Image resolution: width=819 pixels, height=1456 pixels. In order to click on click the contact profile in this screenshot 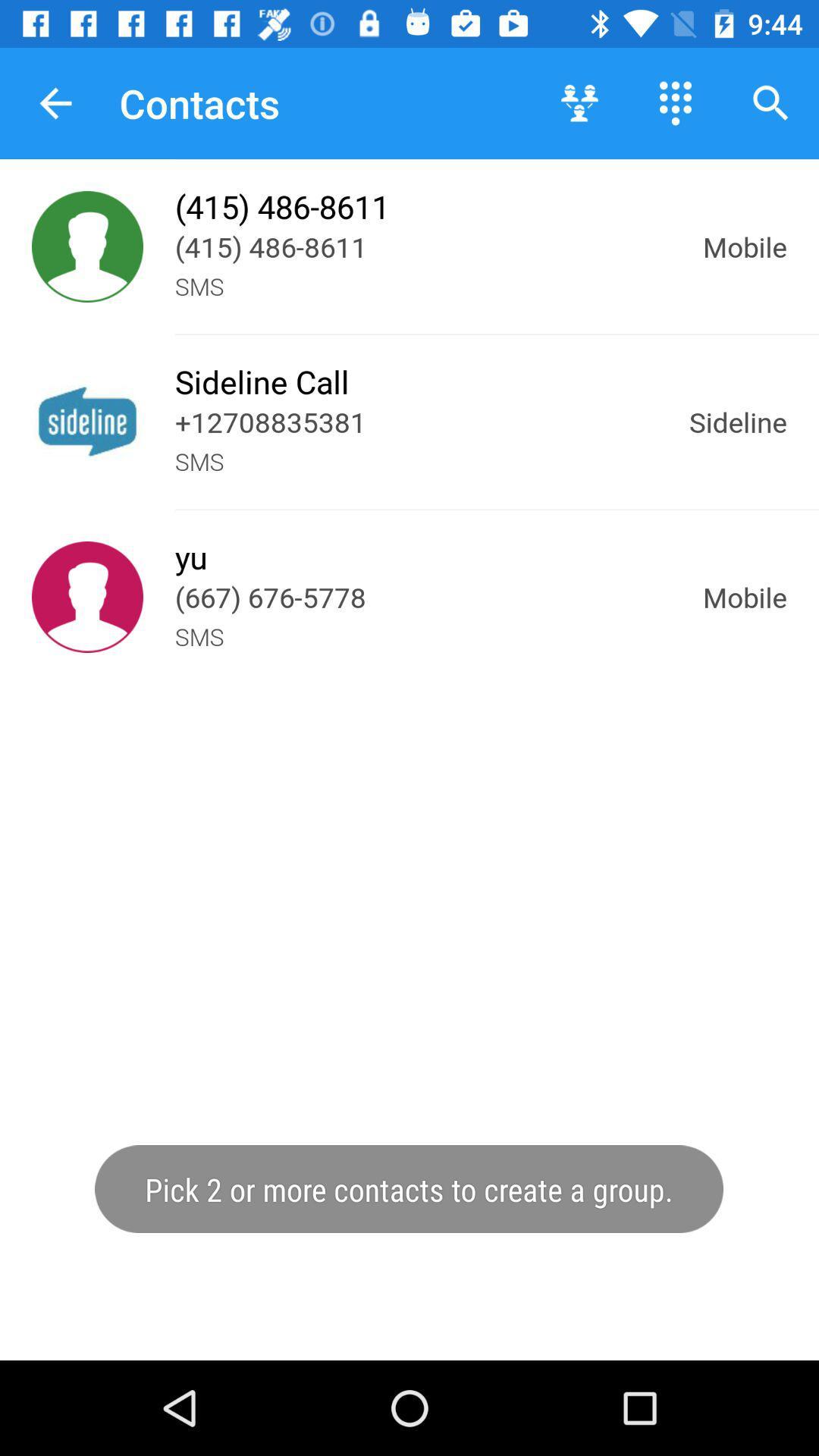, I will do `click(87, 596)`.